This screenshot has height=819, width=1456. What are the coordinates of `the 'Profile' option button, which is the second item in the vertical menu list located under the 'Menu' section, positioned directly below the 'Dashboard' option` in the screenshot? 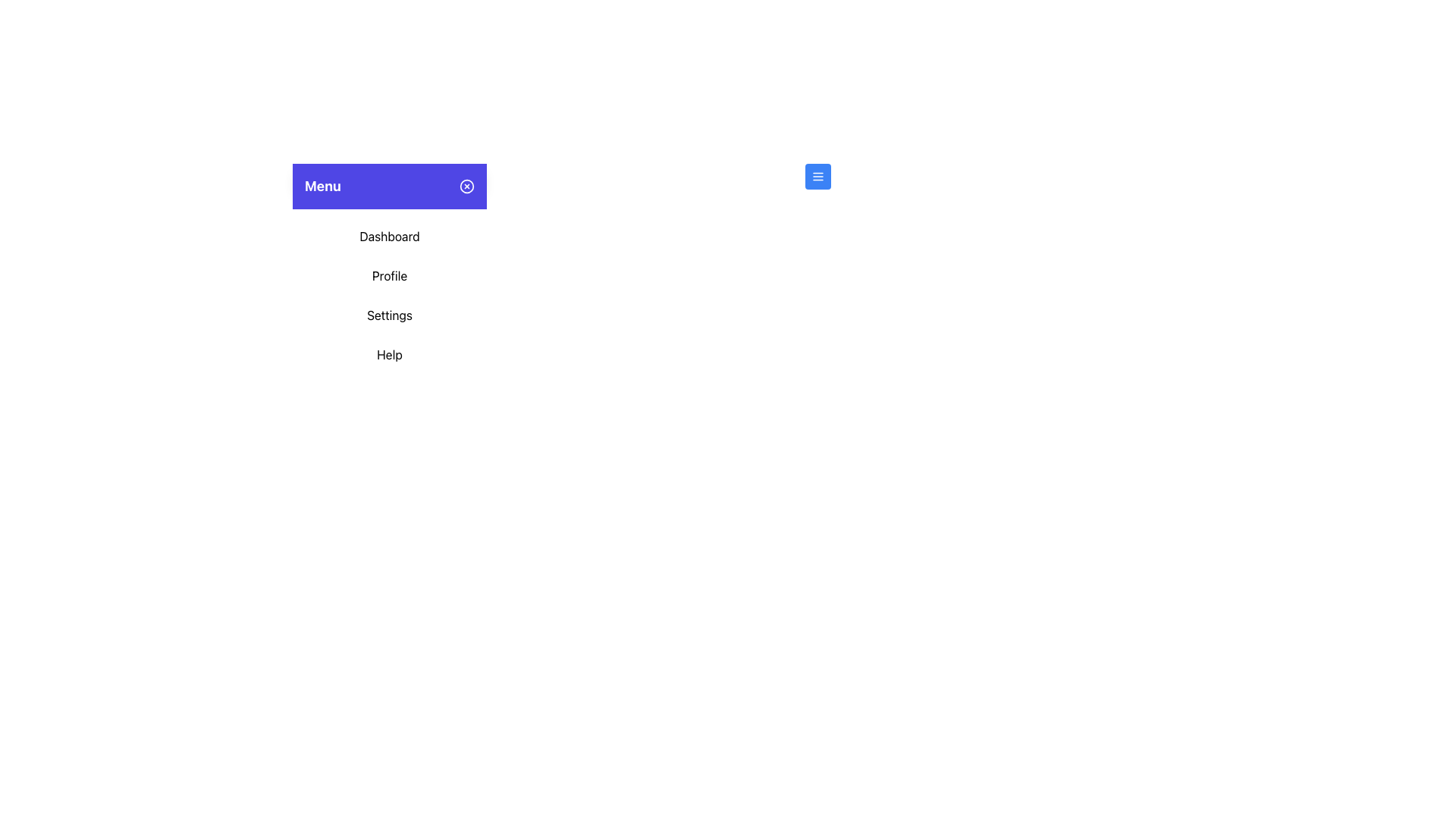 It's located at (389, 275).